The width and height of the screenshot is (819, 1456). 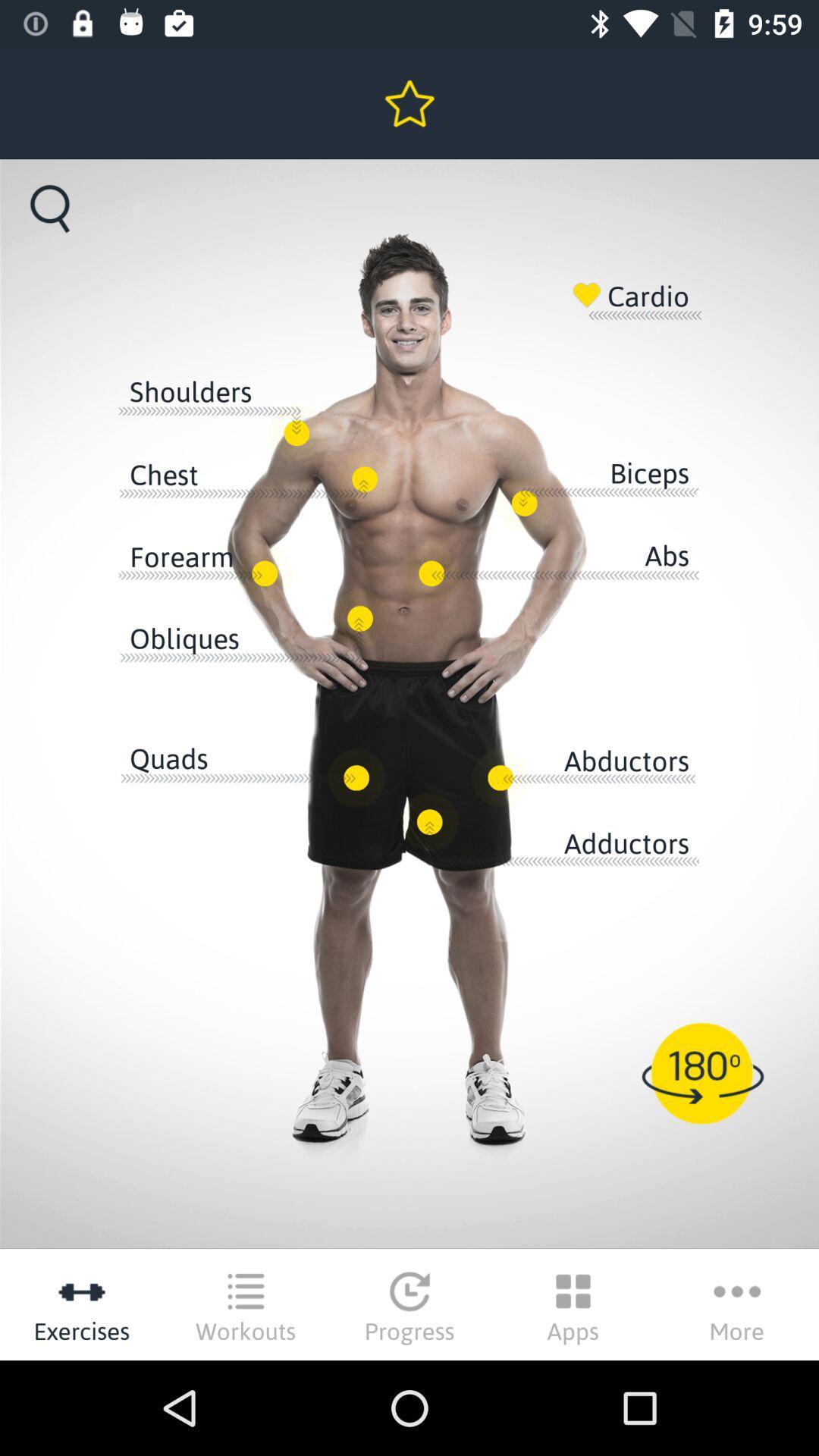 I want to click on the search icon, so click(x=49, y=208).